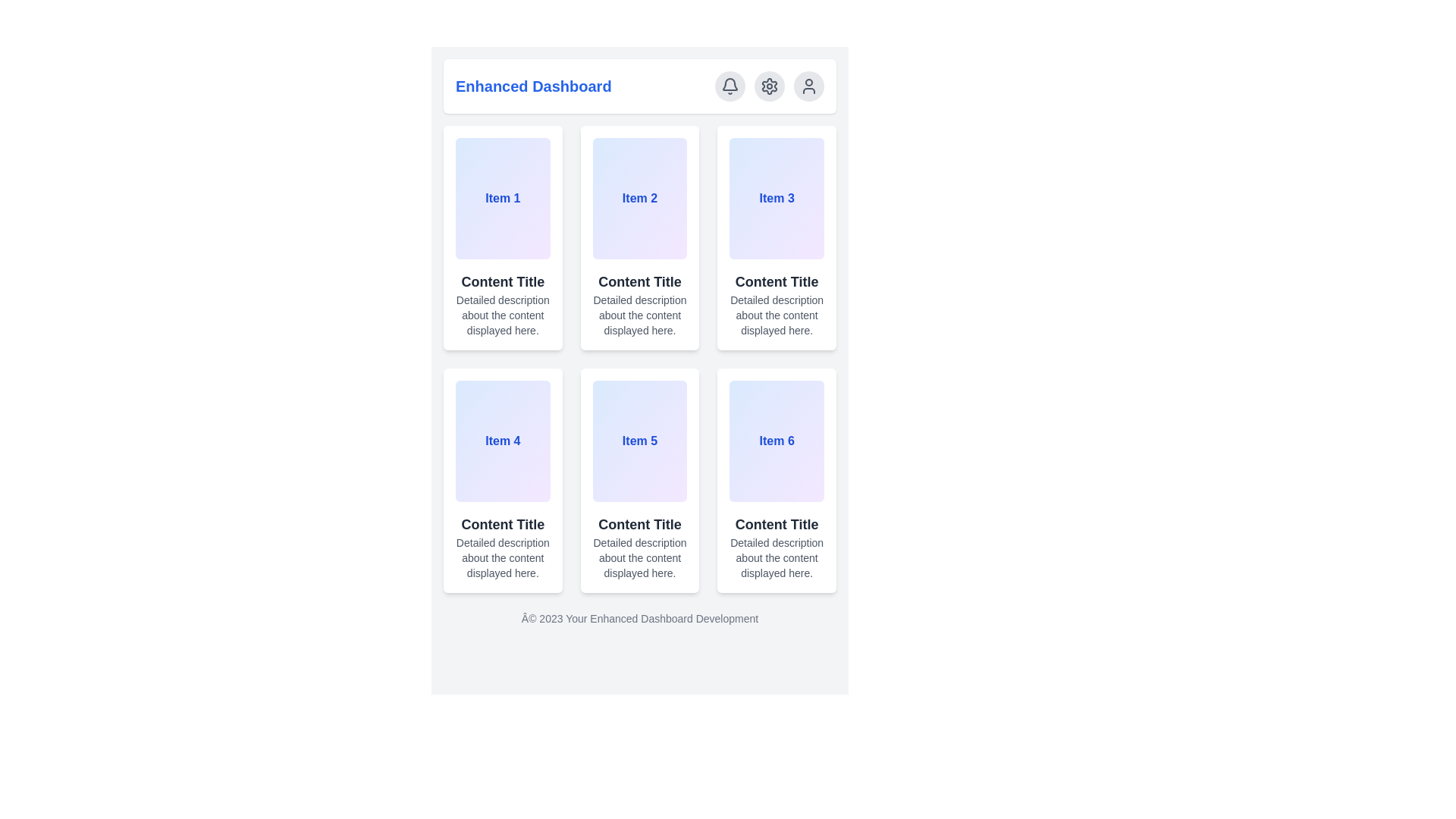  I want to click on the 'Item 1' card located, so click(503, 198).